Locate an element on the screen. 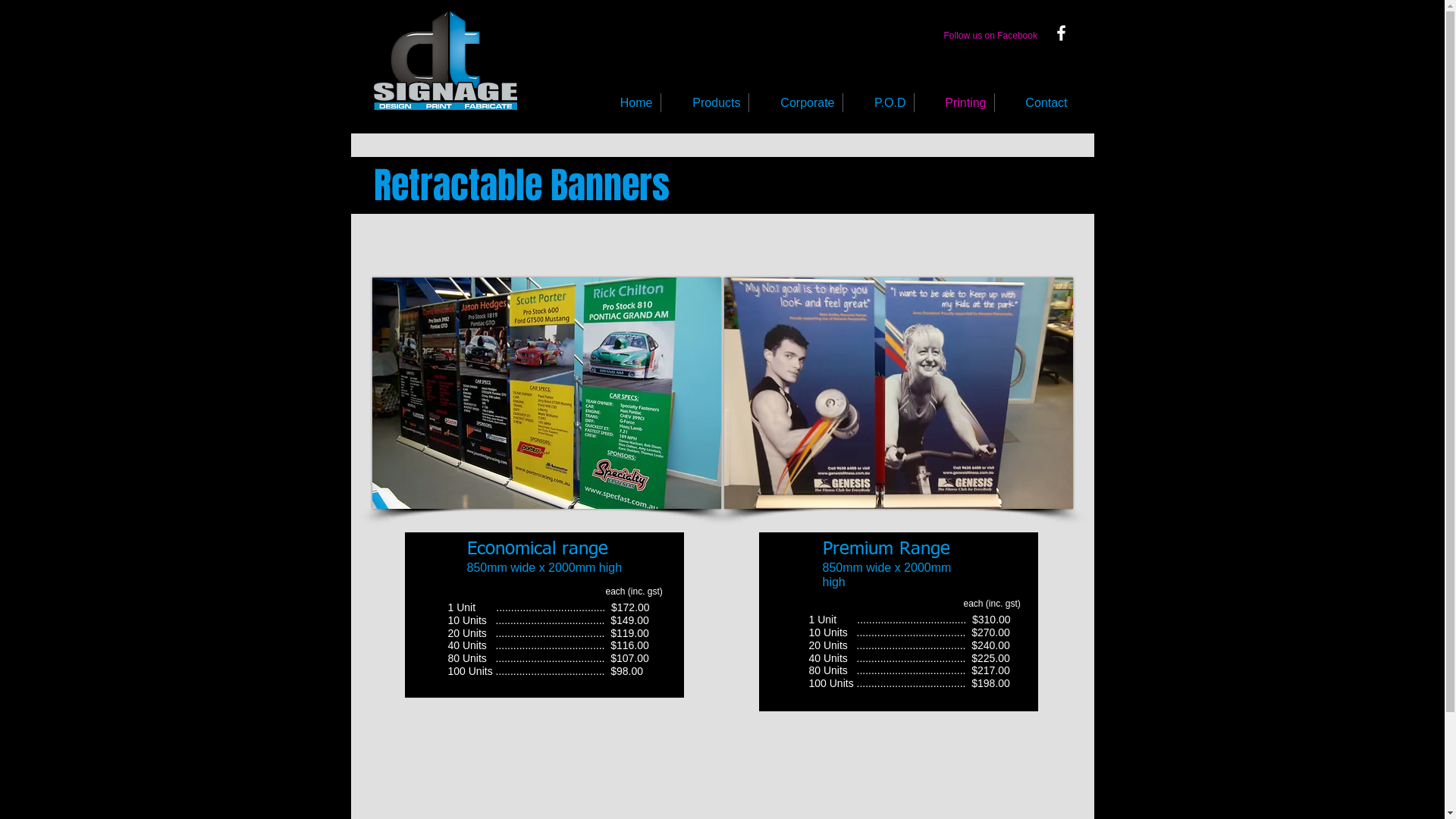 Image resolution: width=1456 pixels, height=819 pixels. 'Corporate' is located at coordinates (795, 102).